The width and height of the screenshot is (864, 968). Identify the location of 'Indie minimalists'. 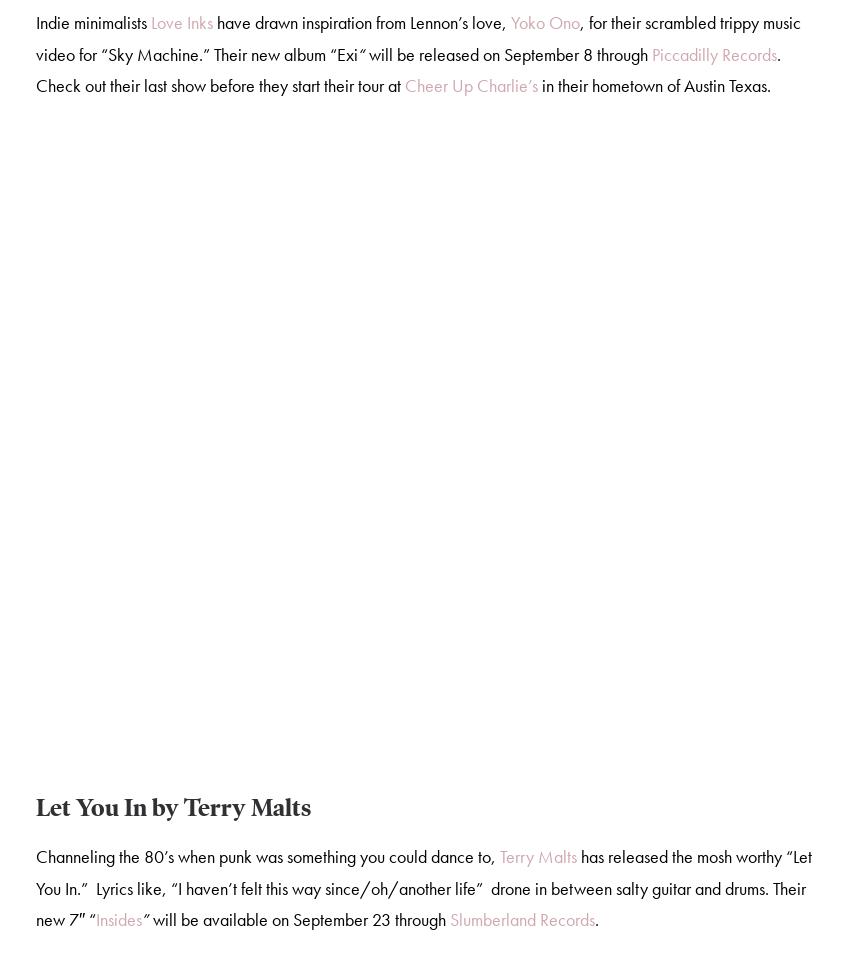
(91, 25).